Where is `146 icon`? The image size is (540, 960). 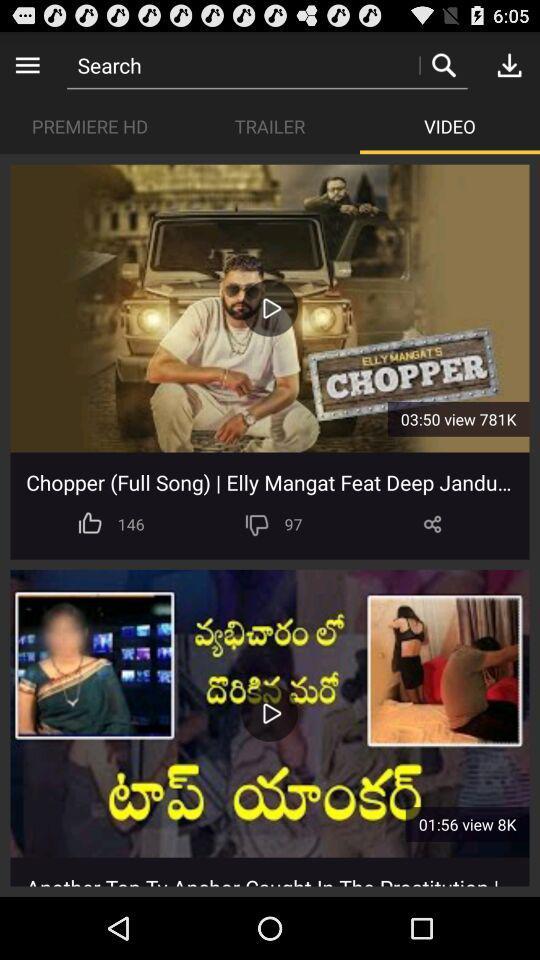 146 icon is located at coordinates (131, 523).